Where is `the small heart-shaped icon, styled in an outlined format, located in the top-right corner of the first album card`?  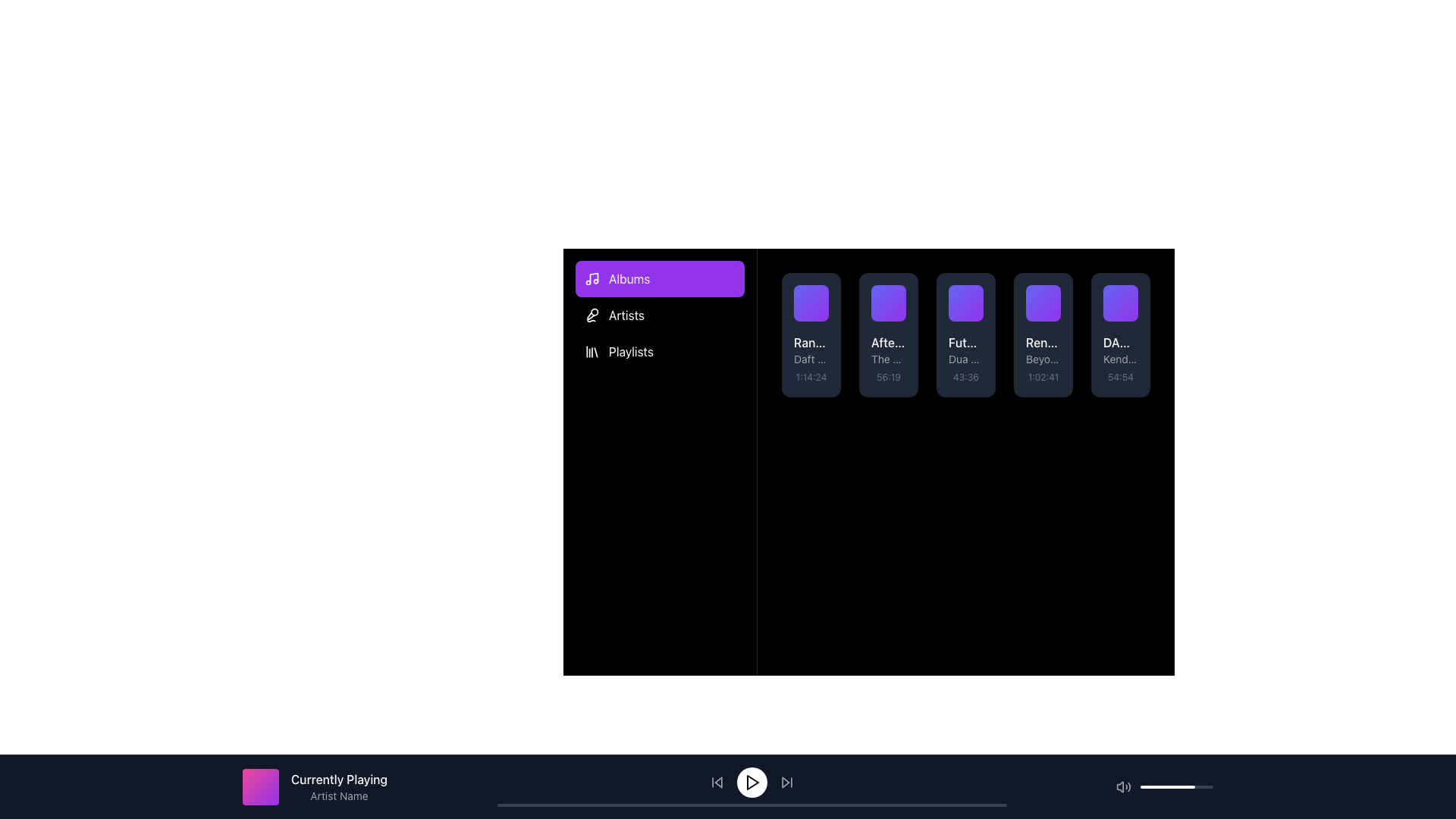
the small heart-shaped icon, styled in an outlined format, located in the top-right corner of the first album card is located at coordinates (818, 294).